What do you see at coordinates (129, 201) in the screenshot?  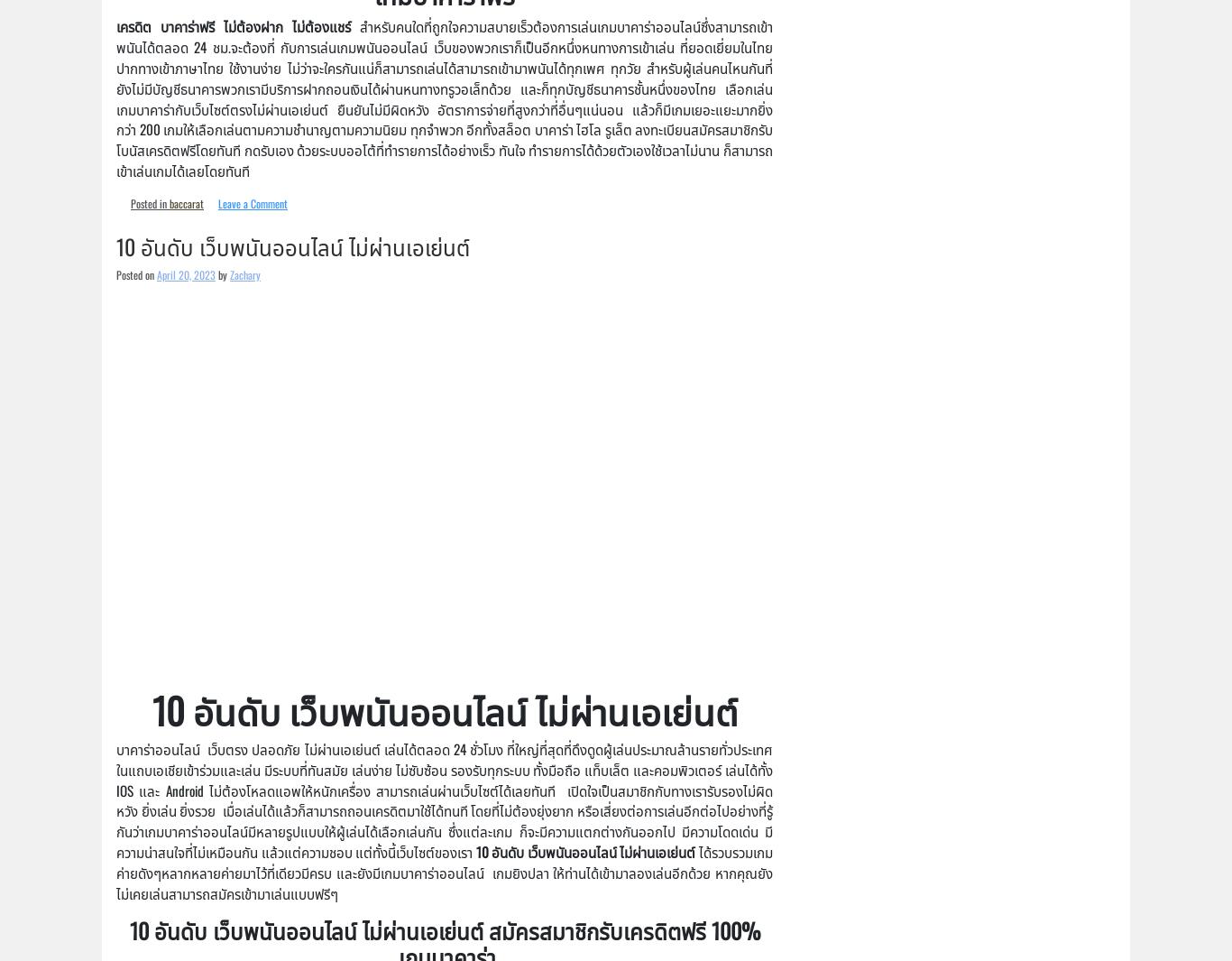 I see `'Posted in'` at bounding box center [129, 201].